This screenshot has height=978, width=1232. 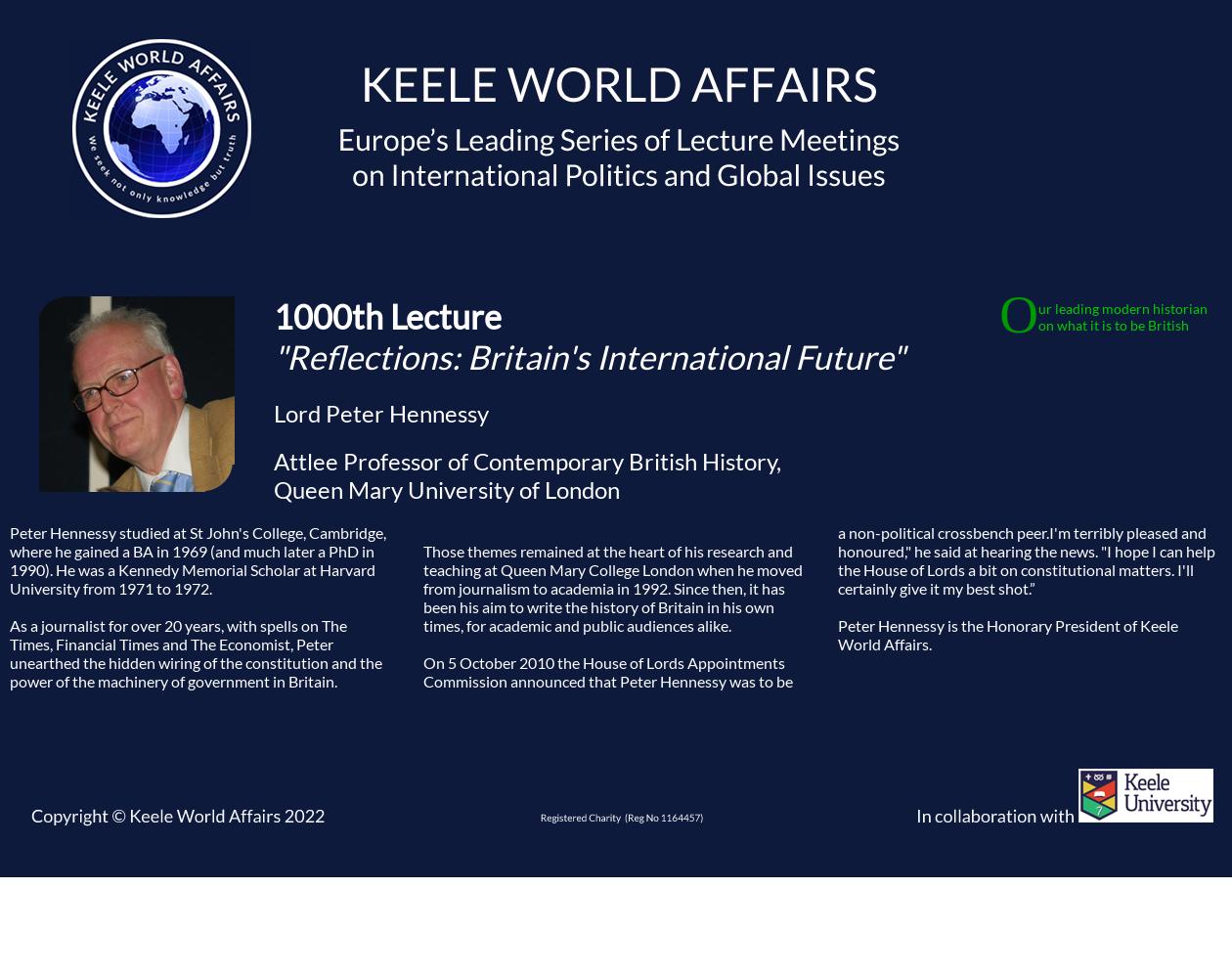 I want to click on 'Those themes remained at the heart of his research and teaching at Queen Mary College London when he moved from journalism to academia in 1992. Since then, it has been his aim to write the history of Britain in his own times, for academic and public audiences alike.', so click(x=612, y=586).